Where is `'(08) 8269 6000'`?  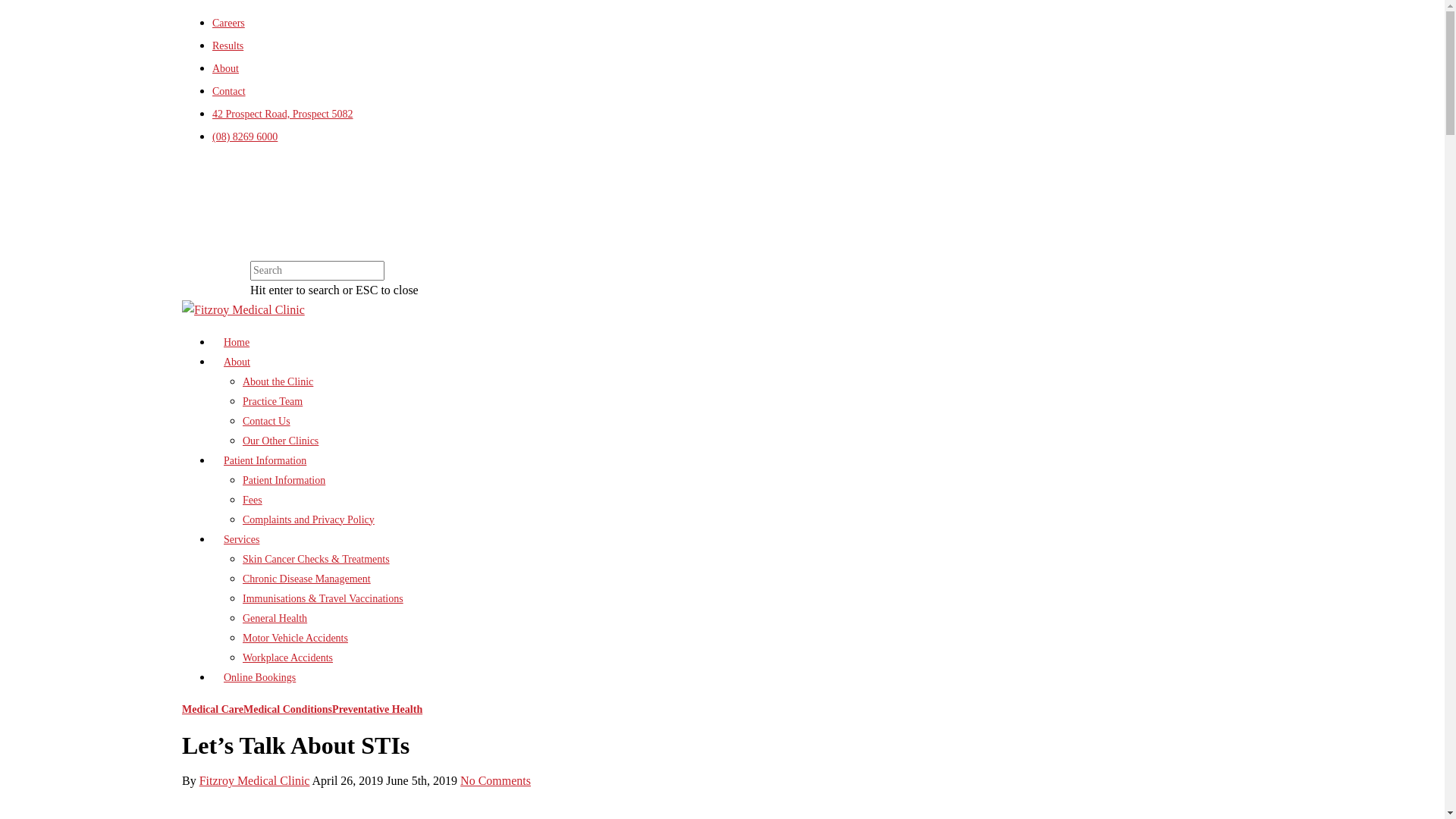 '(08) 8269 6000' is located at coordinates (244, 136).